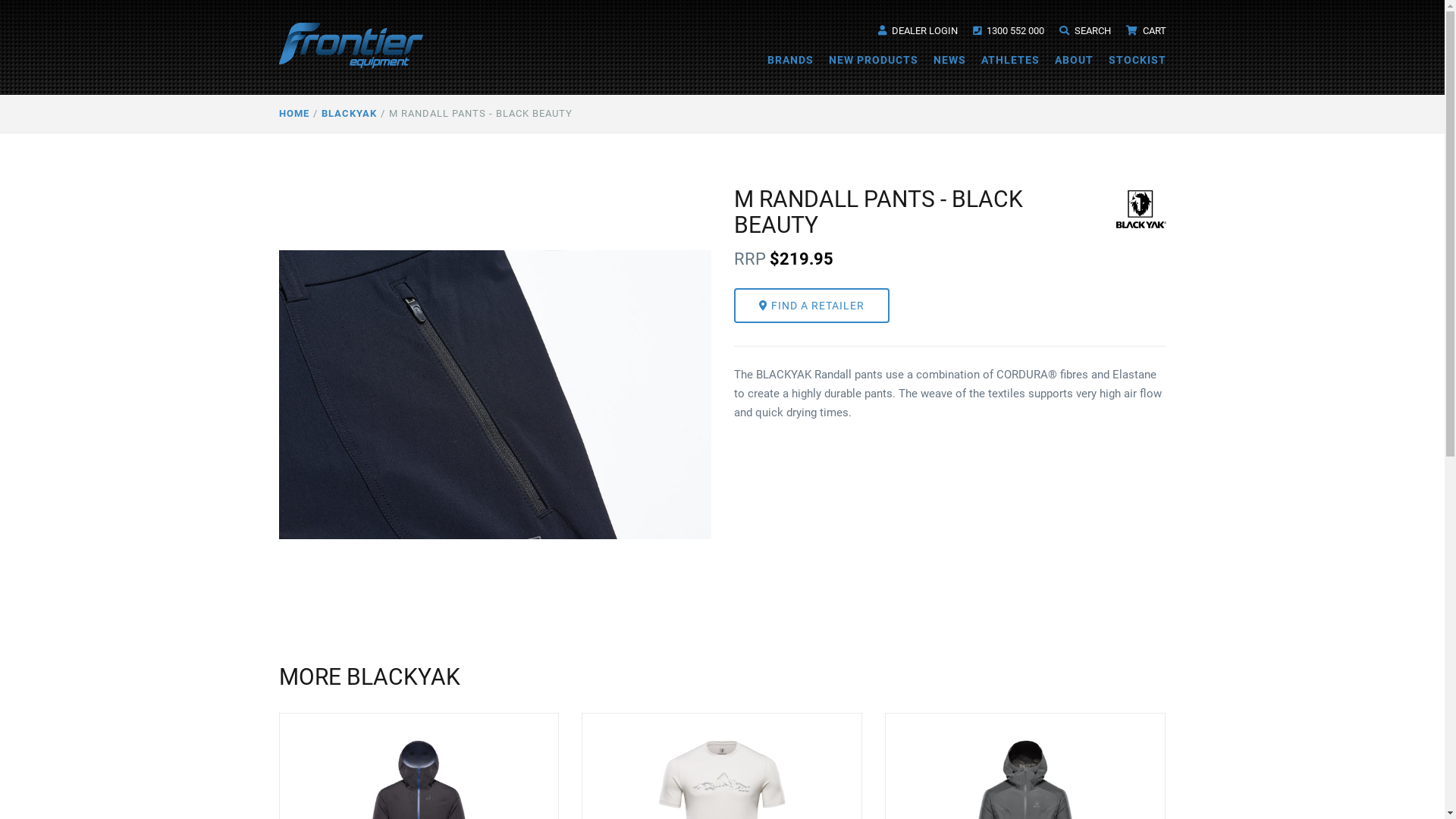 The width and height of the screenshot is (1456, 819). What do you see at coordinates (811, 305) in the screenshot?
I see `'FIND A RETAILER'` at bounding box center [811, 305].